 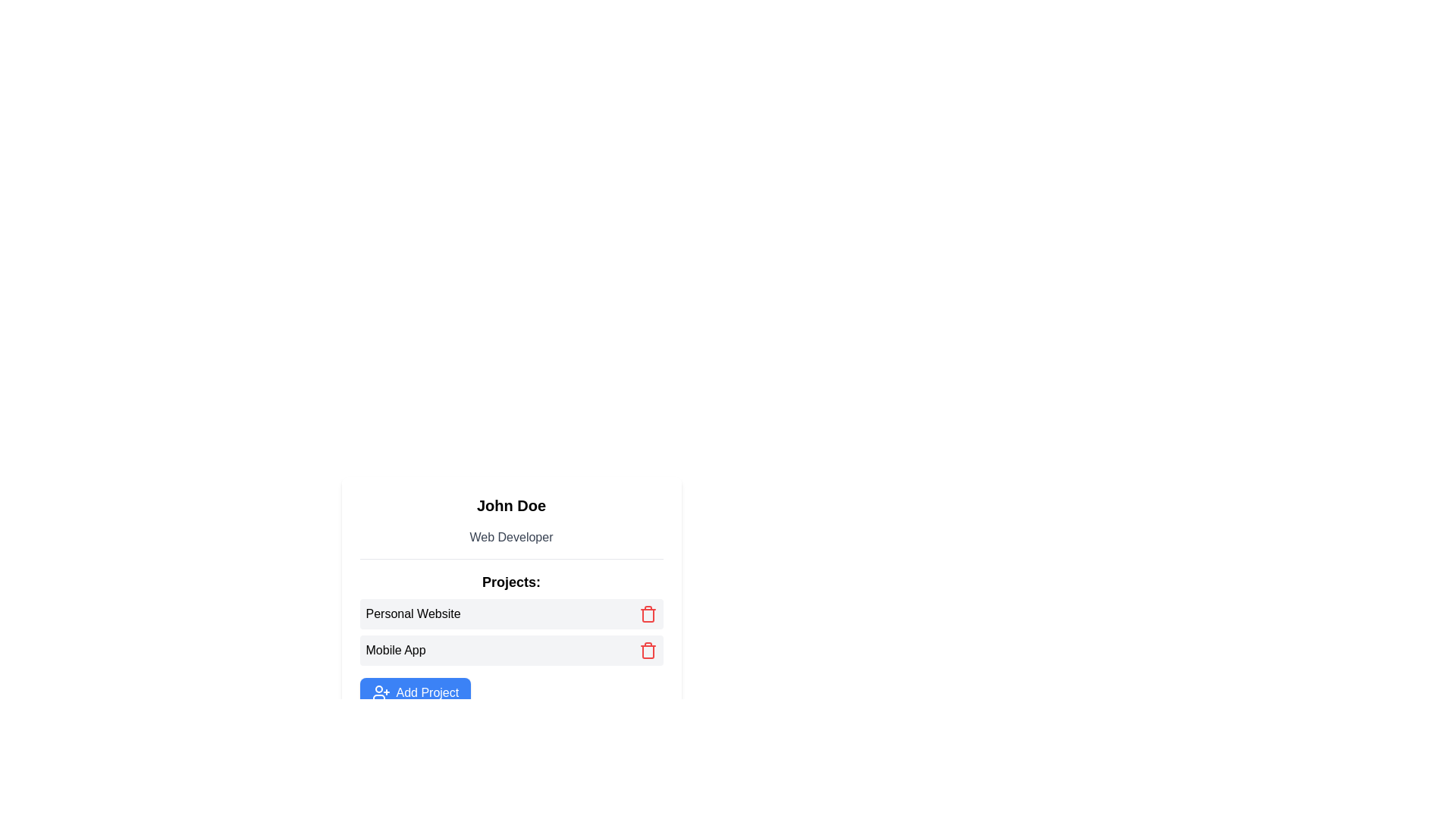 I want to click on the user icon with a plus sign within the 'Add Project' button to trigger a tooltip or visual feedback, so click(x=381, y=693).